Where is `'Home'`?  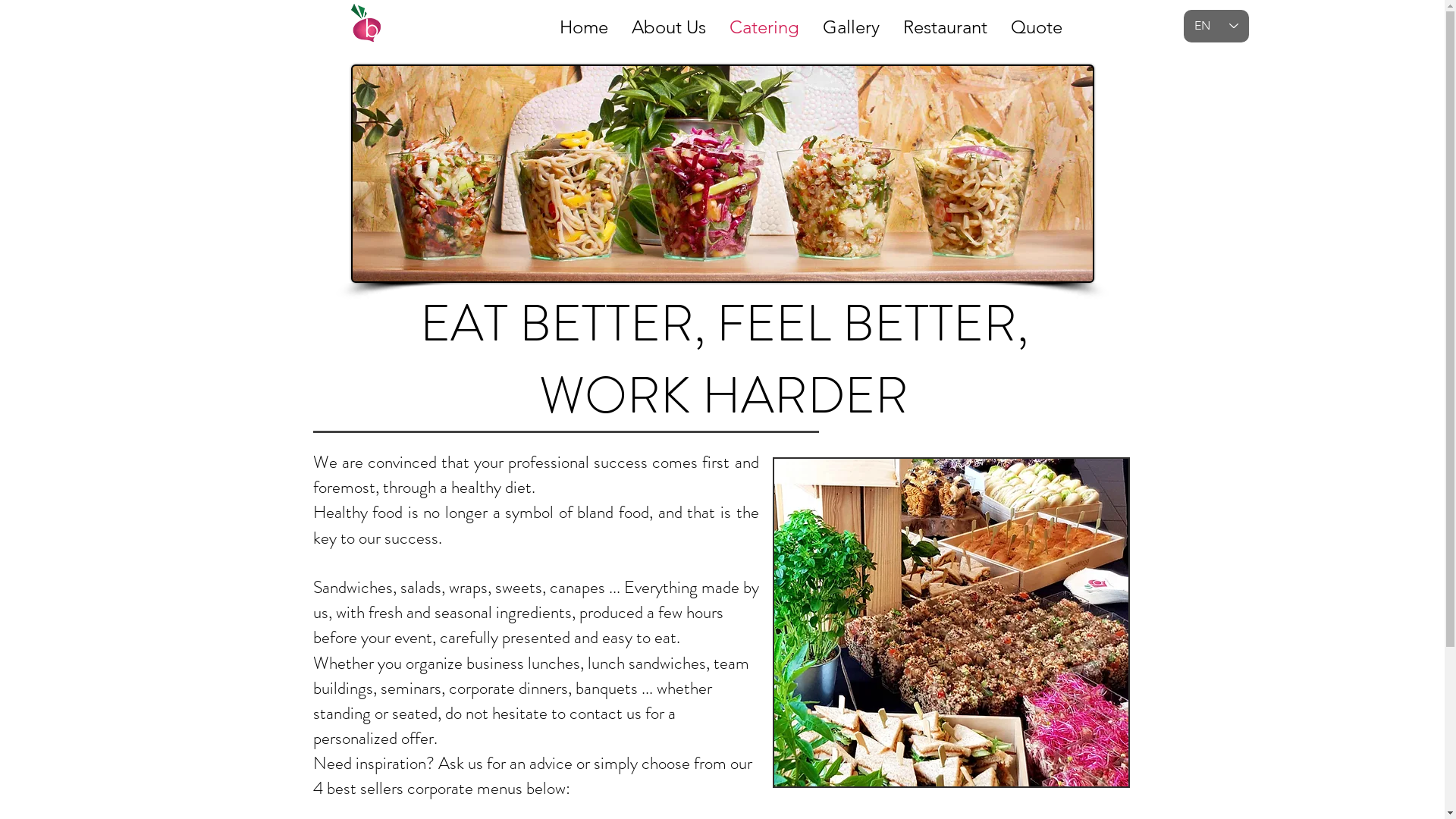
'Home' is located at coordinates (582, 23).